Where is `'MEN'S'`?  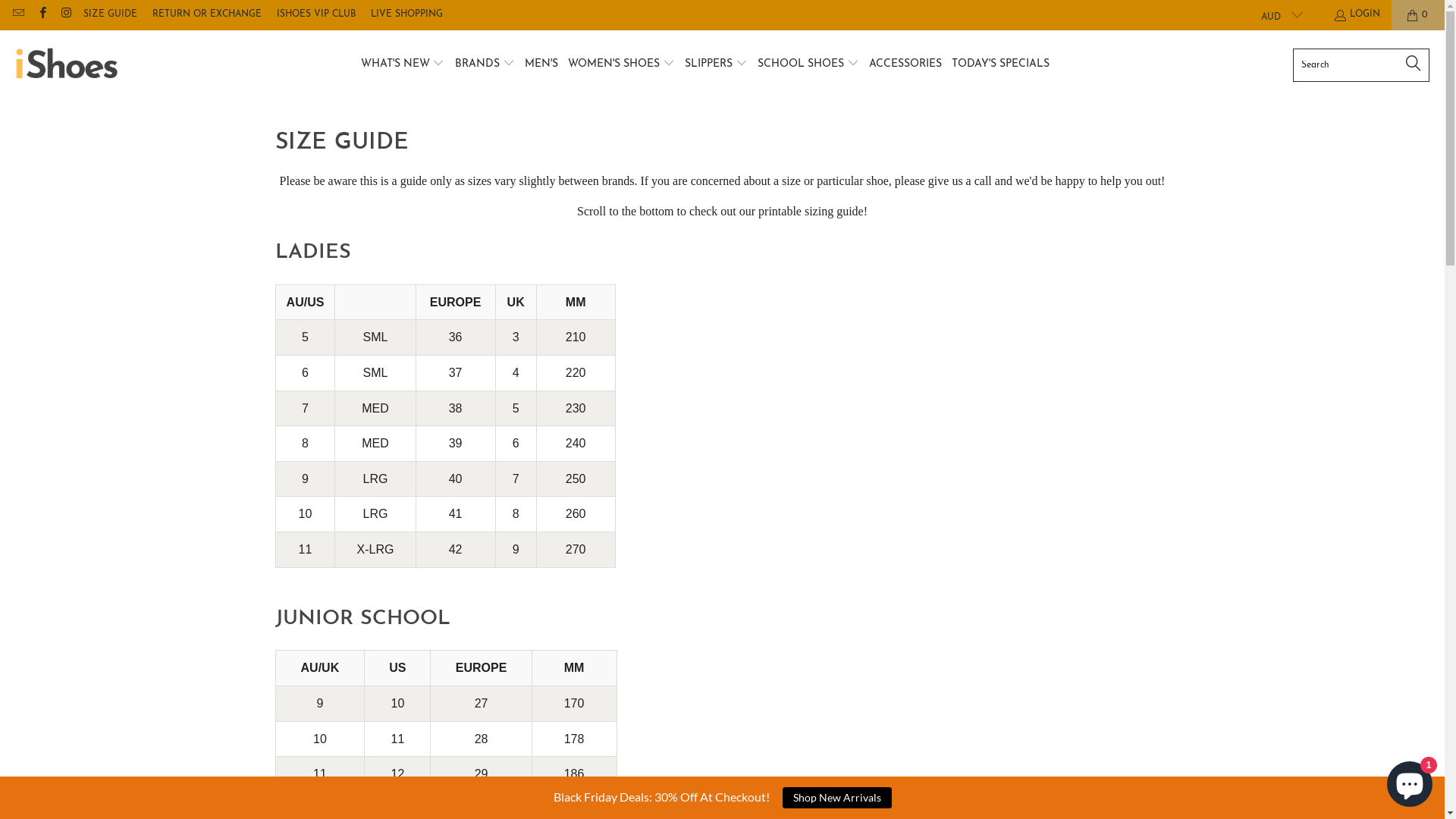
'MEN'S' is located at coordinates (524, 64).